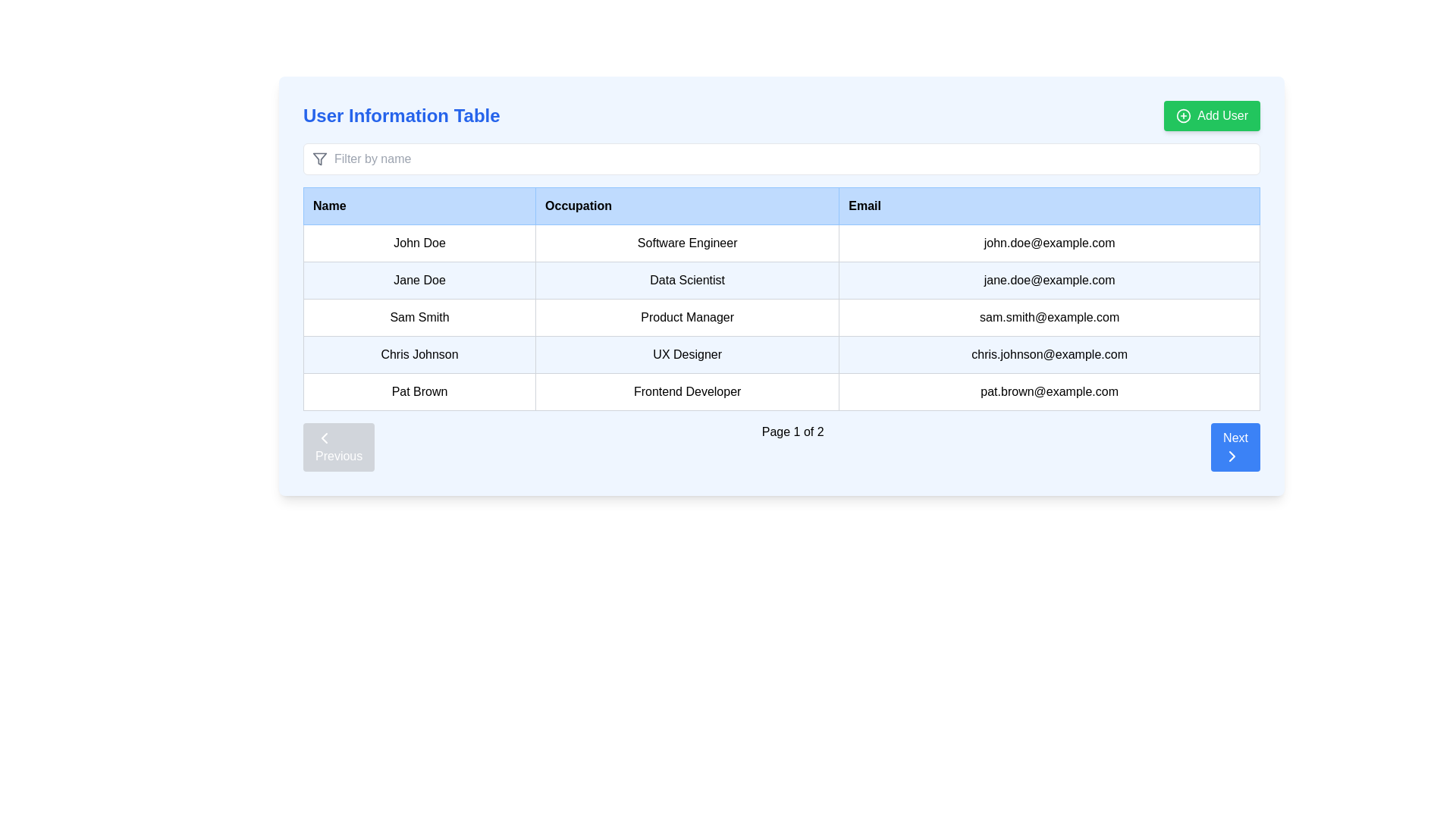 This screenshot has height=819, width=1456. I want to click on text content of the Text Label displaying 'Pat Brown', which is the first cell in the last row of a table under the 'Name' column, so click(419, 391).